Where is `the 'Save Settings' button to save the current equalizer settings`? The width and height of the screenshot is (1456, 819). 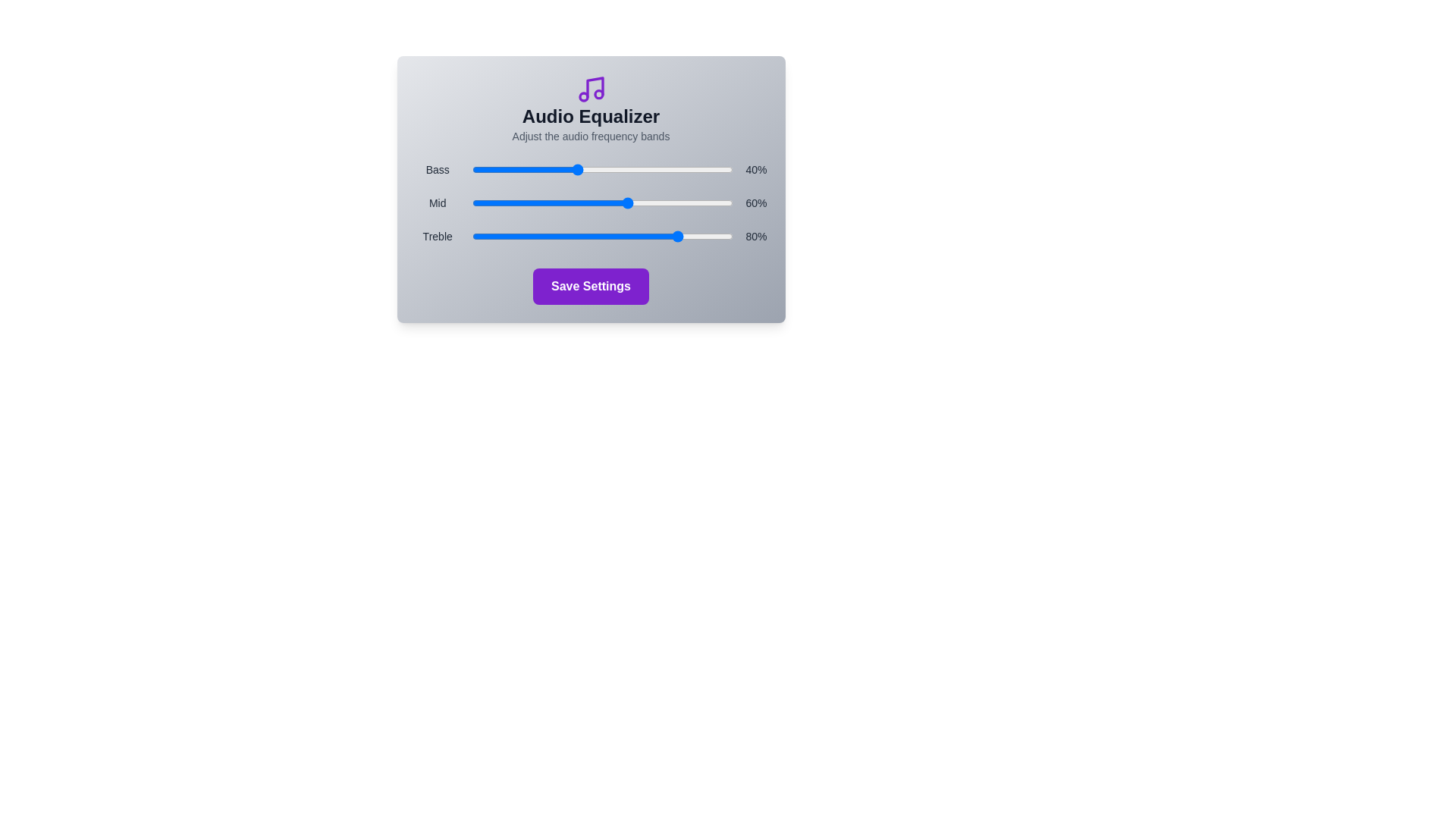 the 'Save Settings' button to save the current equalizer settings is located at coordinates (590, 287).